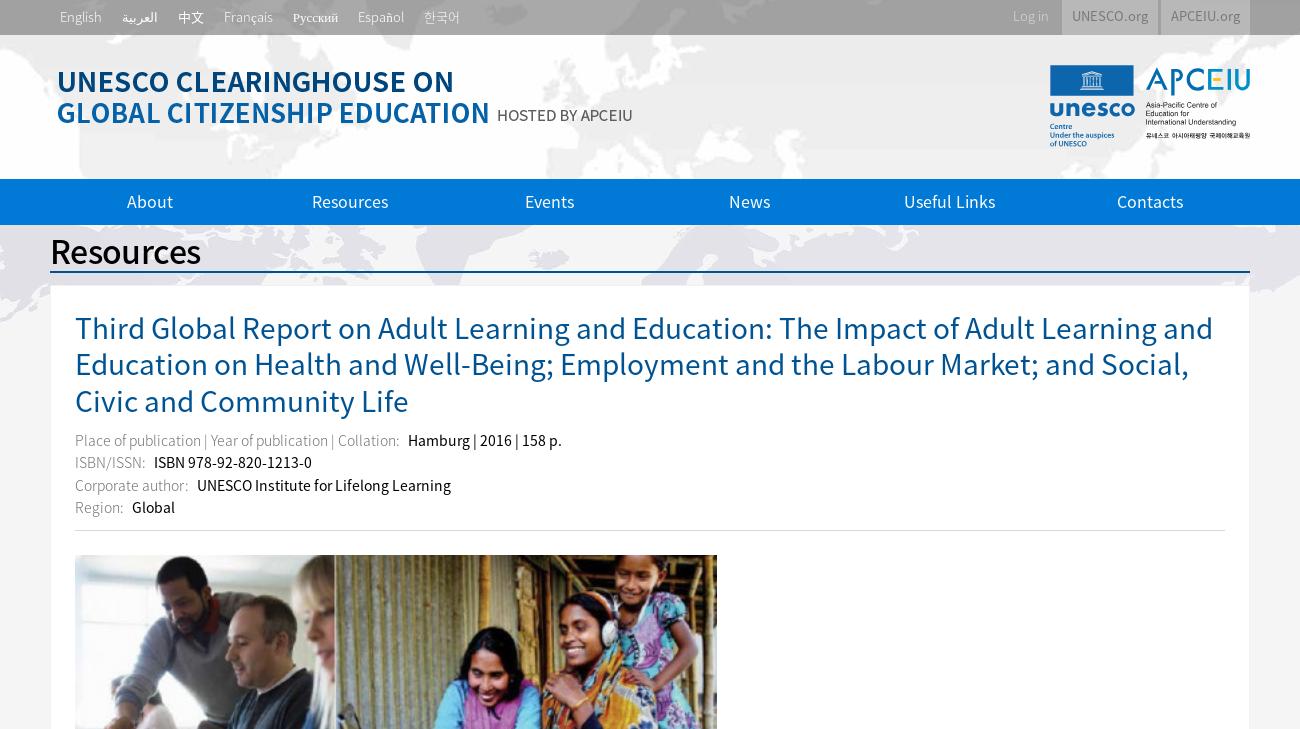 This screenshot has width=1300, height=729. Describe the element at coordinates (1108, 14) in the screenshot. I see `'UNESCO.org'` at that location.